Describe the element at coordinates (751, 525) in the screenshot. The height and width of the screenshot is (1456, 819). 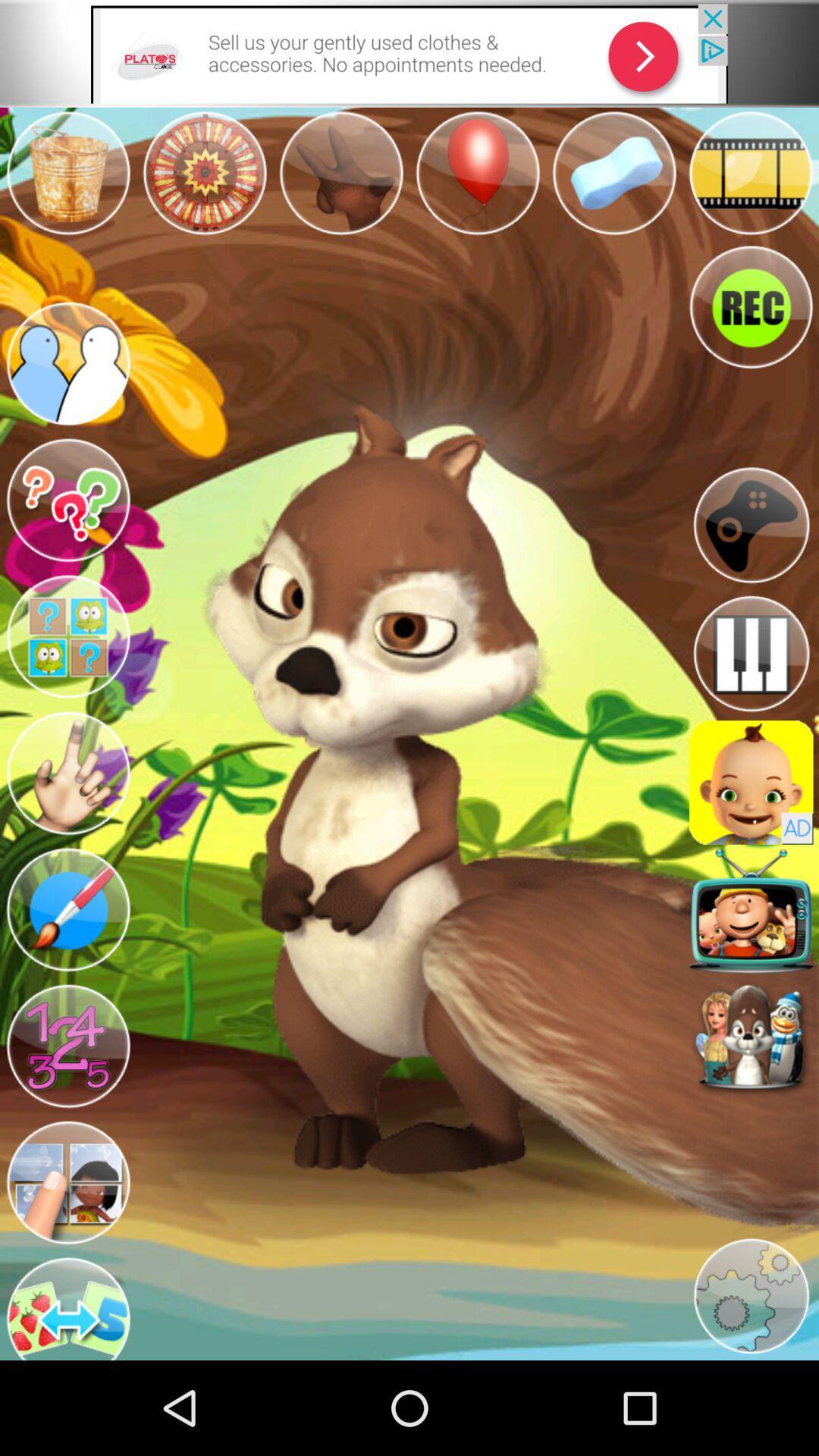
I see `open the game options` at that location.